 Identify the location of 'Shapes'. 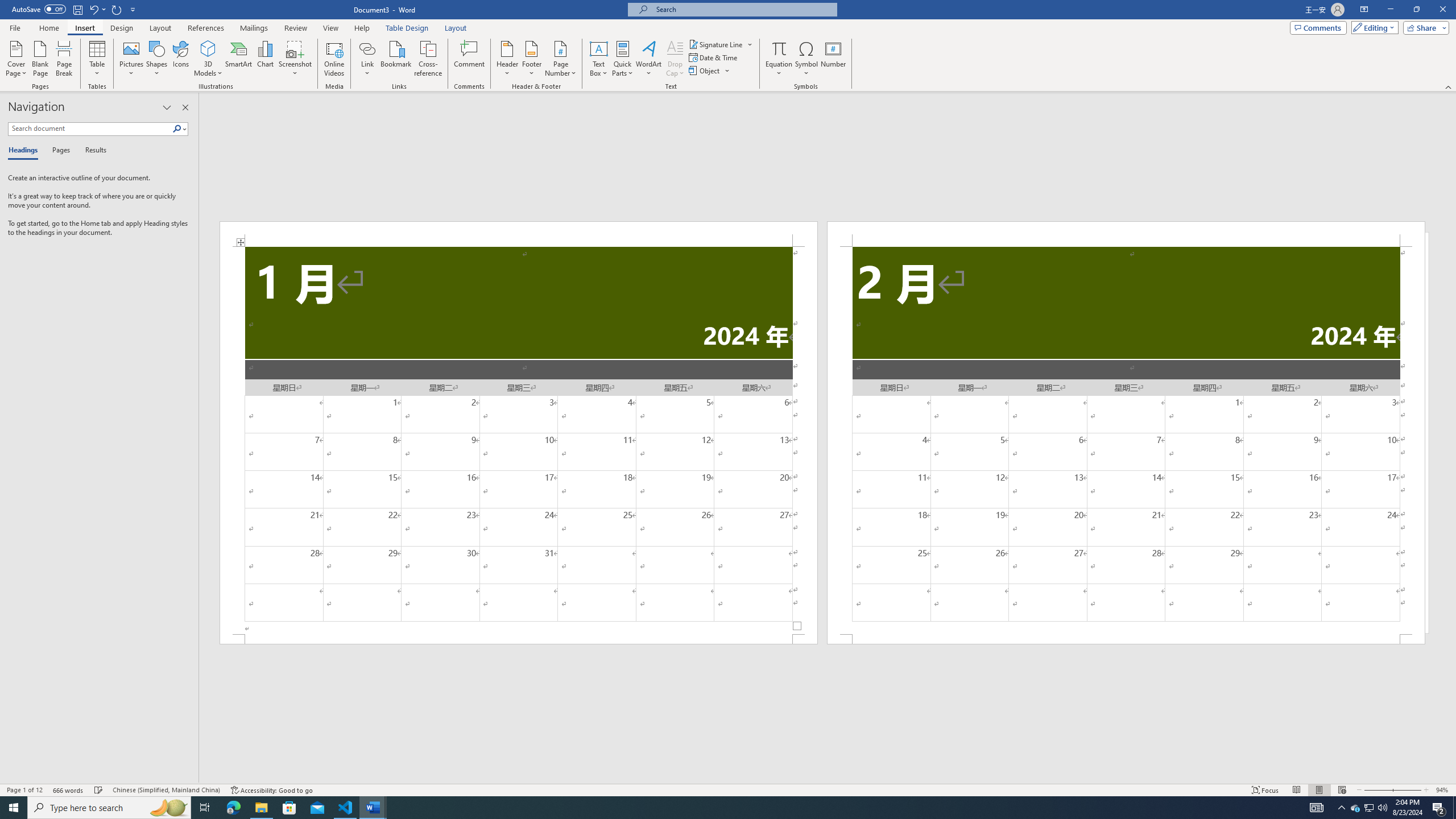
(157, 59).